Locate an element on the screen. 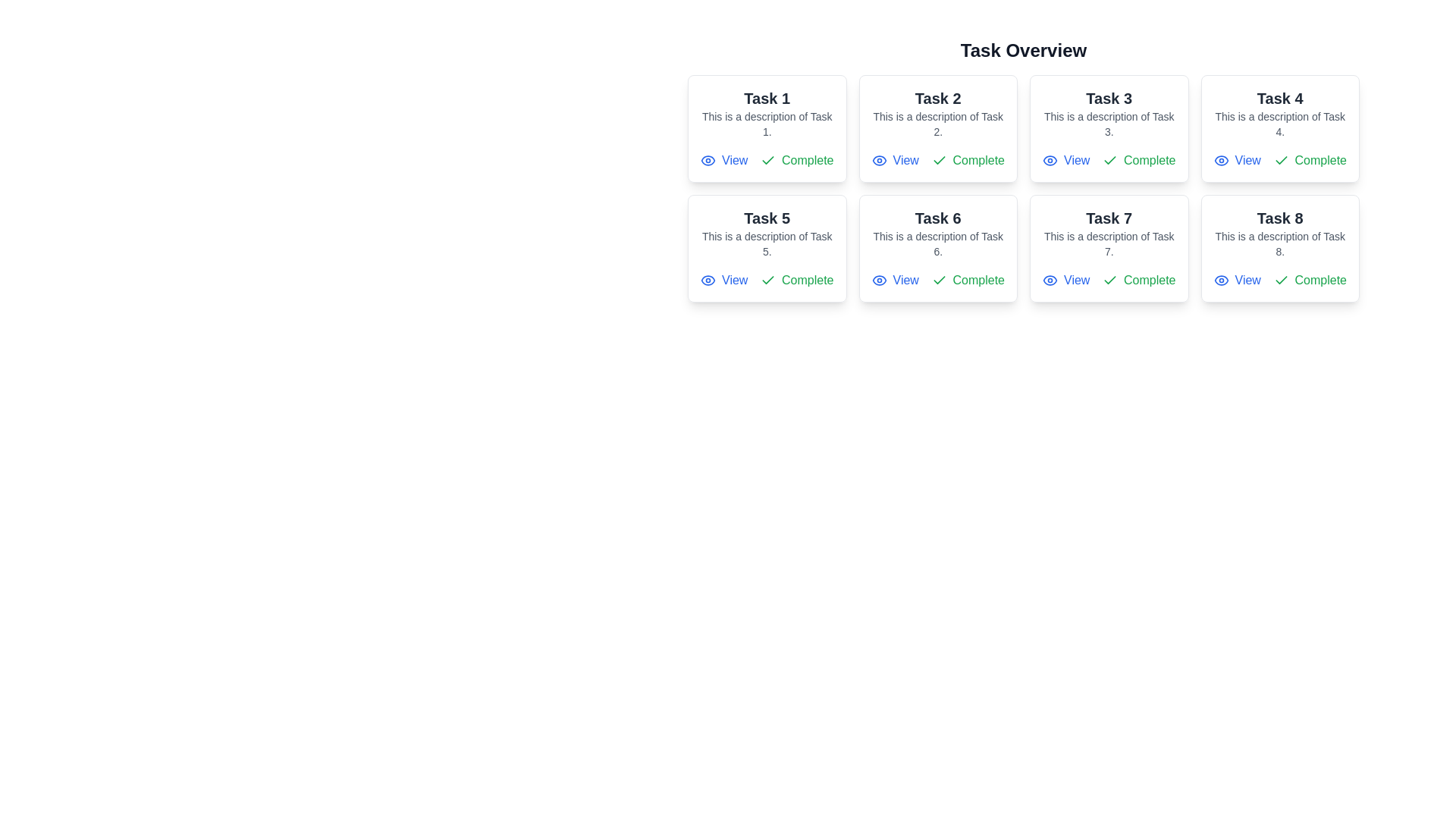 The width and height of the screenshot is (1456, 819). the status represented by the checkmark icon located to the right of the 'Complete' text in the 'Task 4' card is located at coordinates (1280, 160).